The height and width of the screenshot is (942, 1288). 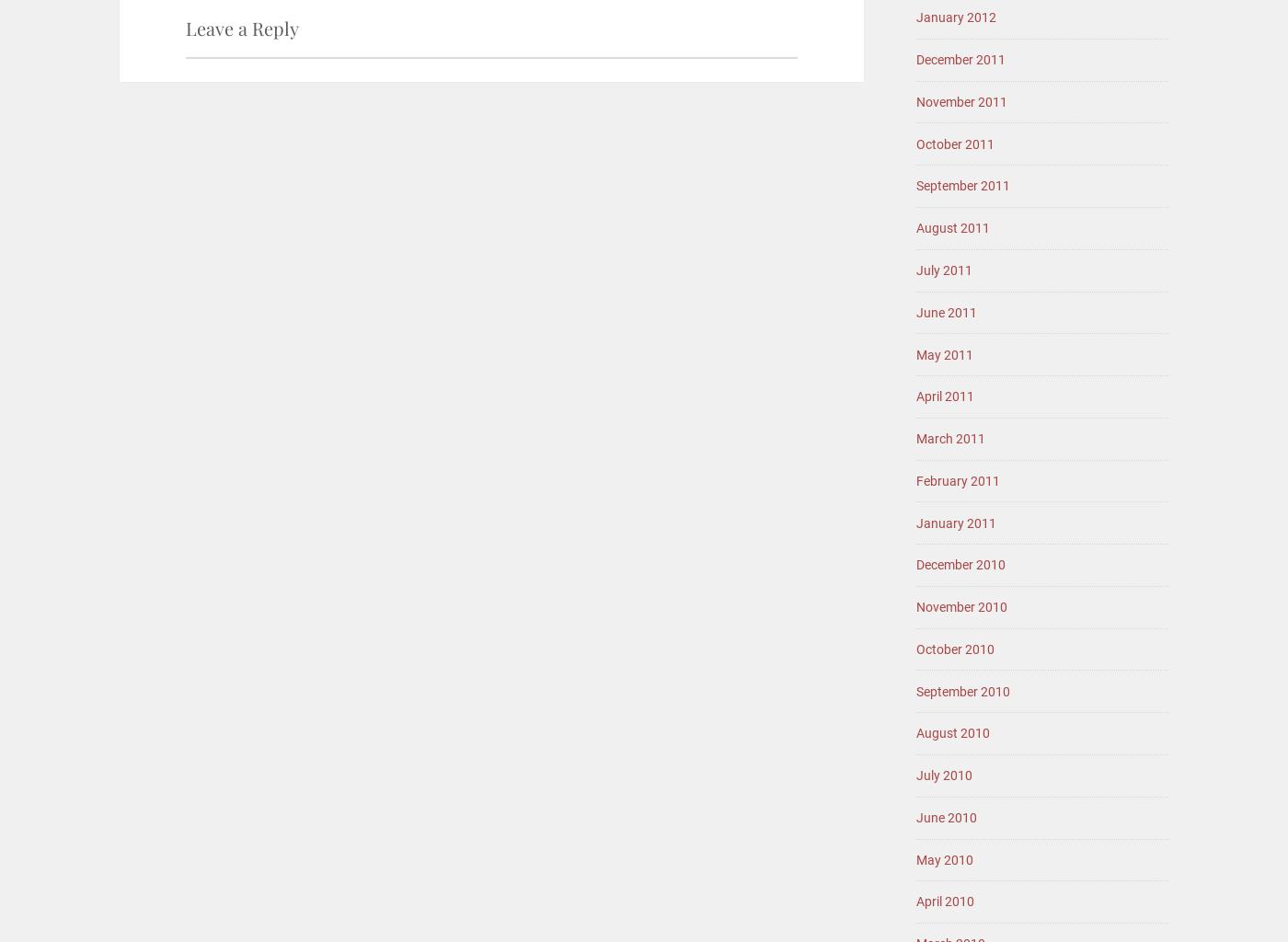 I want to click on 'July 2011', so click(x=915, y=269).